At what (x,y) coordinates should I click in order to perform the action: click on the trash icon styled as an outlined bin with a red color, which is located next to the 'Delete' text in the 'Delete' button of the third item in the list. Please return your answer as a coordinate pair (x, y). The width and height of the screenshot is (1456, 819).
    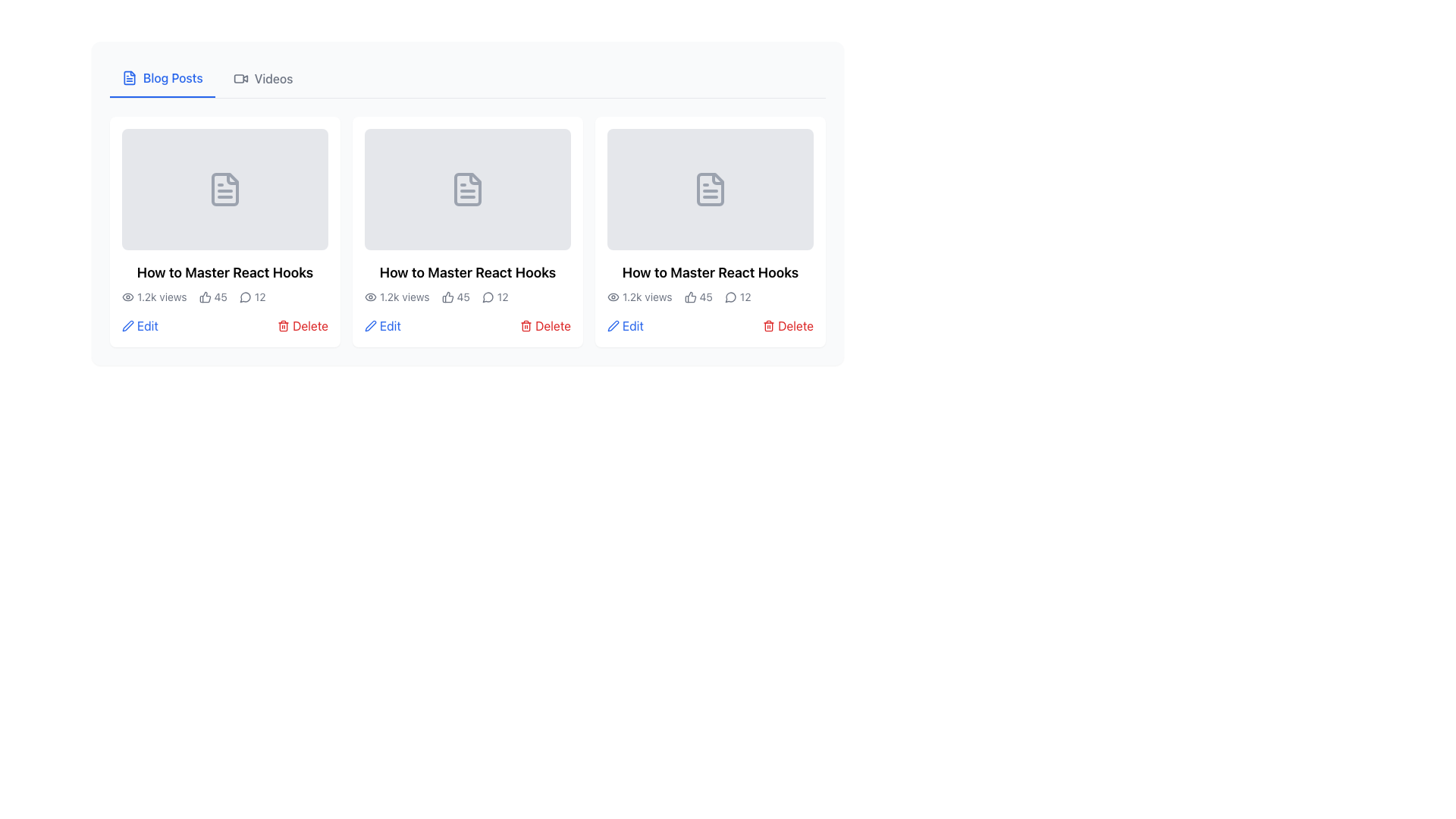
    Looking at the image, I should click on (284, 325).